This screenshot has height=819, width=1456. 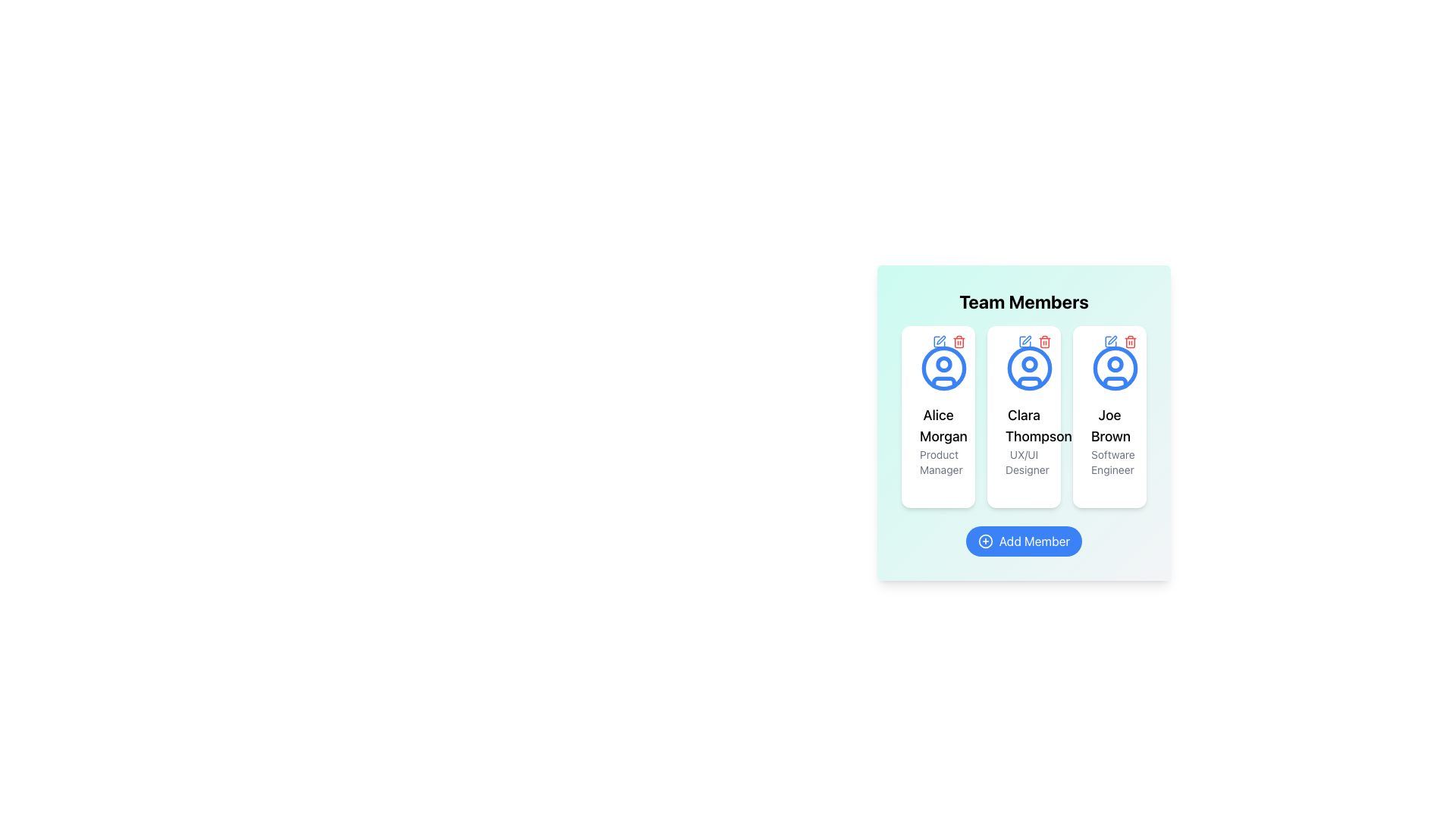 I want to click on the Text label displaying the name of a team member, which is located in the middle card of a list of team member cards, positioned beneath the profile icon and above the 'UX/UI Designer' subtitle, so click(x=1024, y=426).